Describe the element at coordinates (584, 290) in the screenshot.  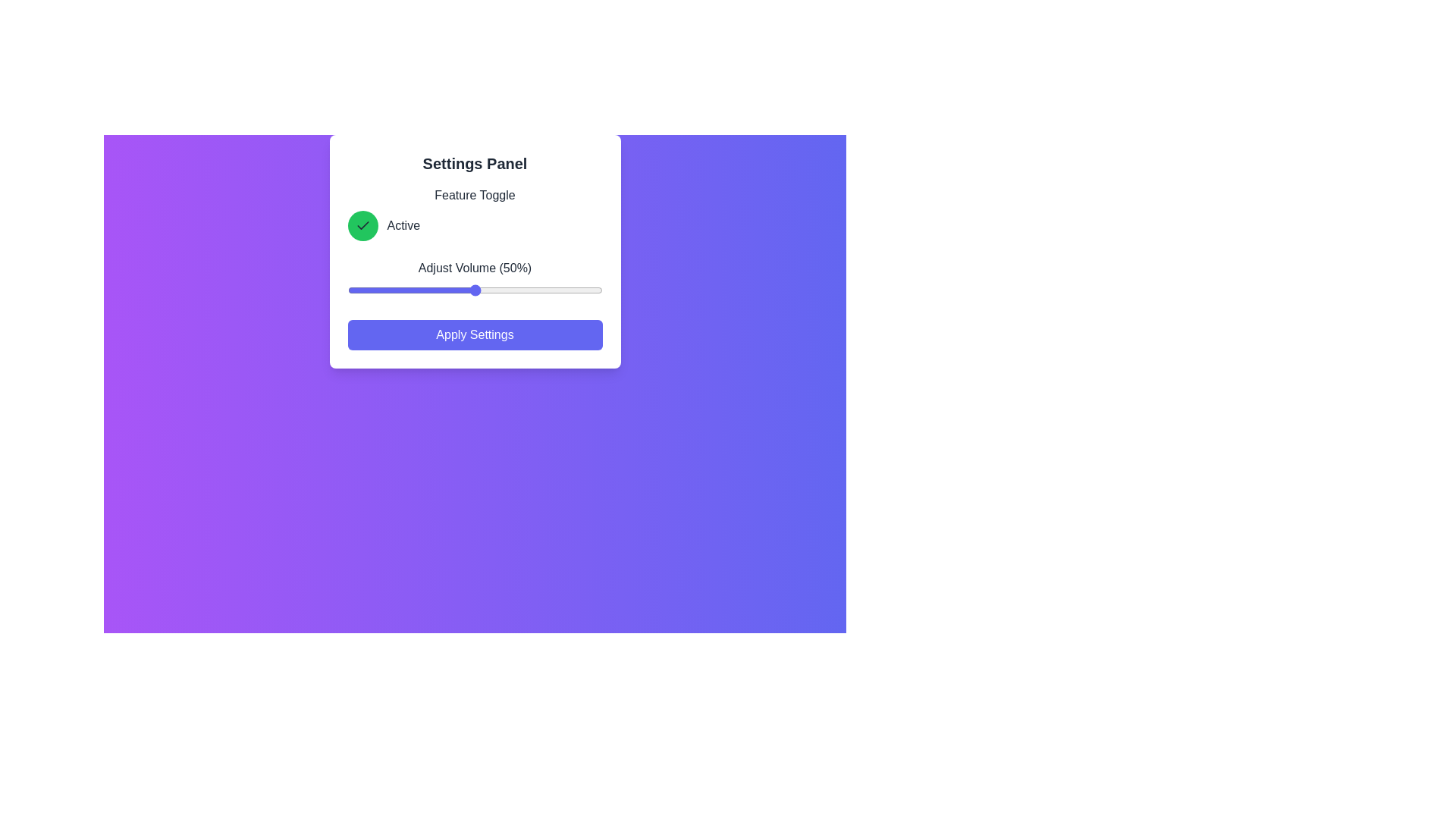
I see `the volume` at that location.